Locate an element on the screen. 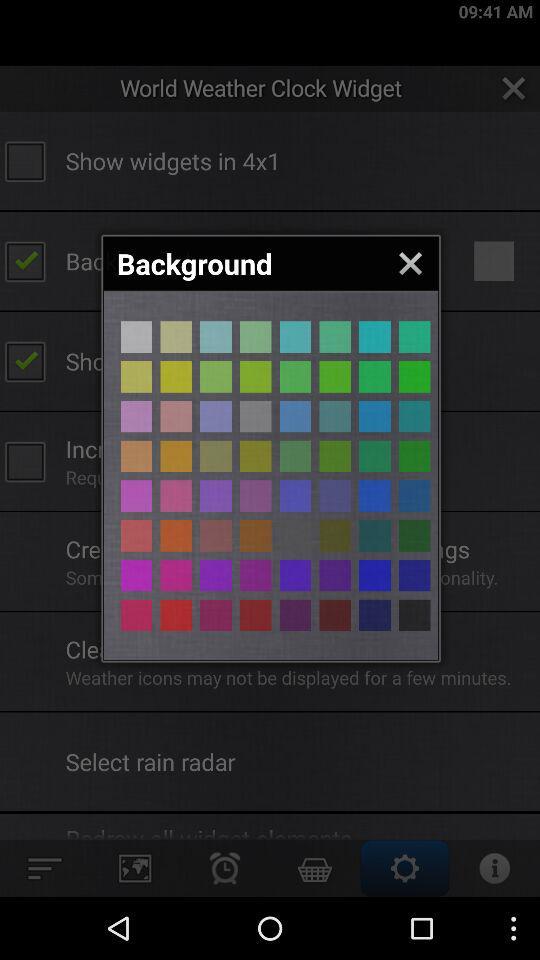  color button is located at coordinates (374, 456).